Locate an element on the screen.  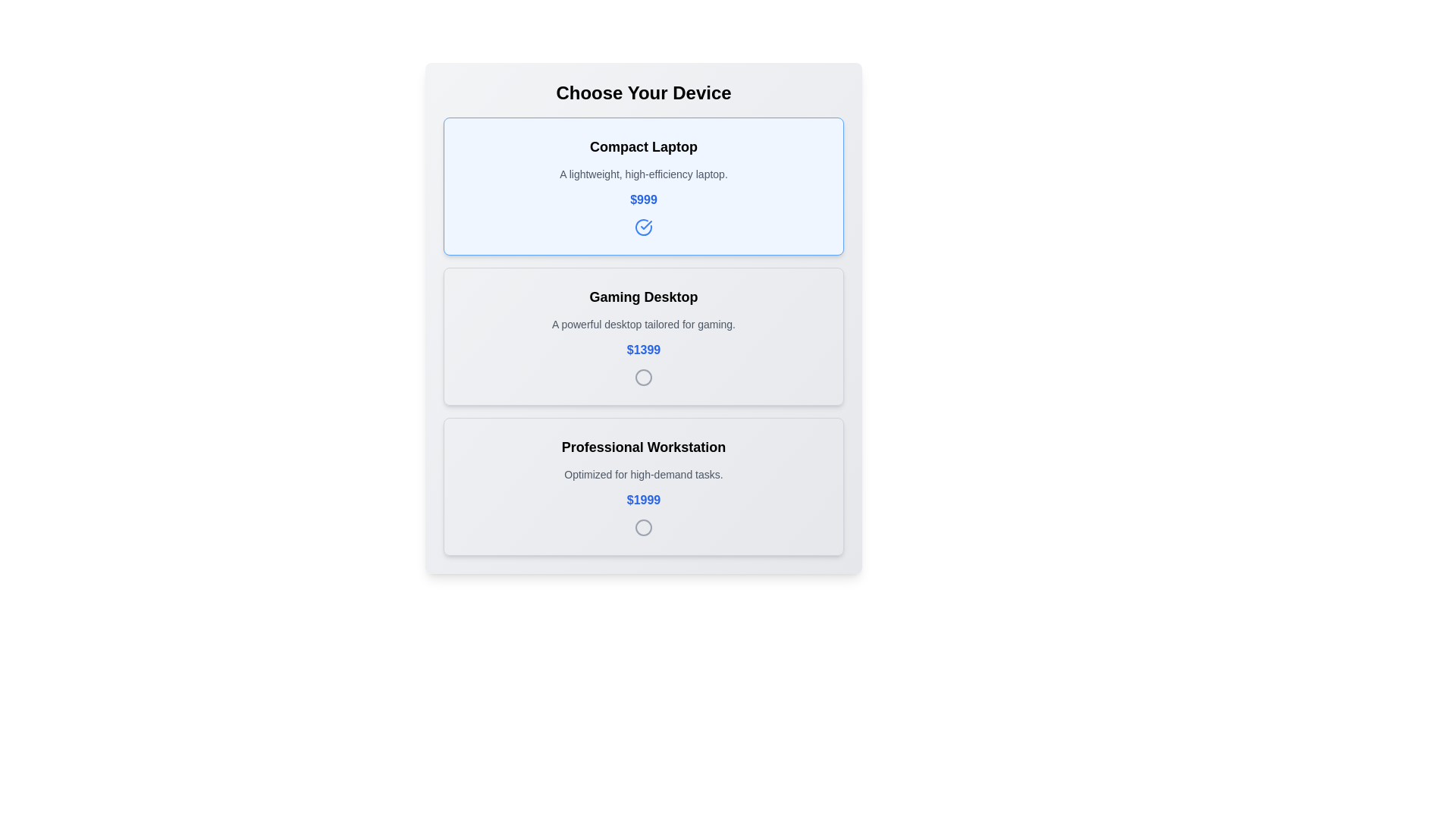
the visual confirmation mark indicating the 'Compact Laptop' selection has been made, located beneath the '$999' price text in the selection card is located at coordinates (644, 227).